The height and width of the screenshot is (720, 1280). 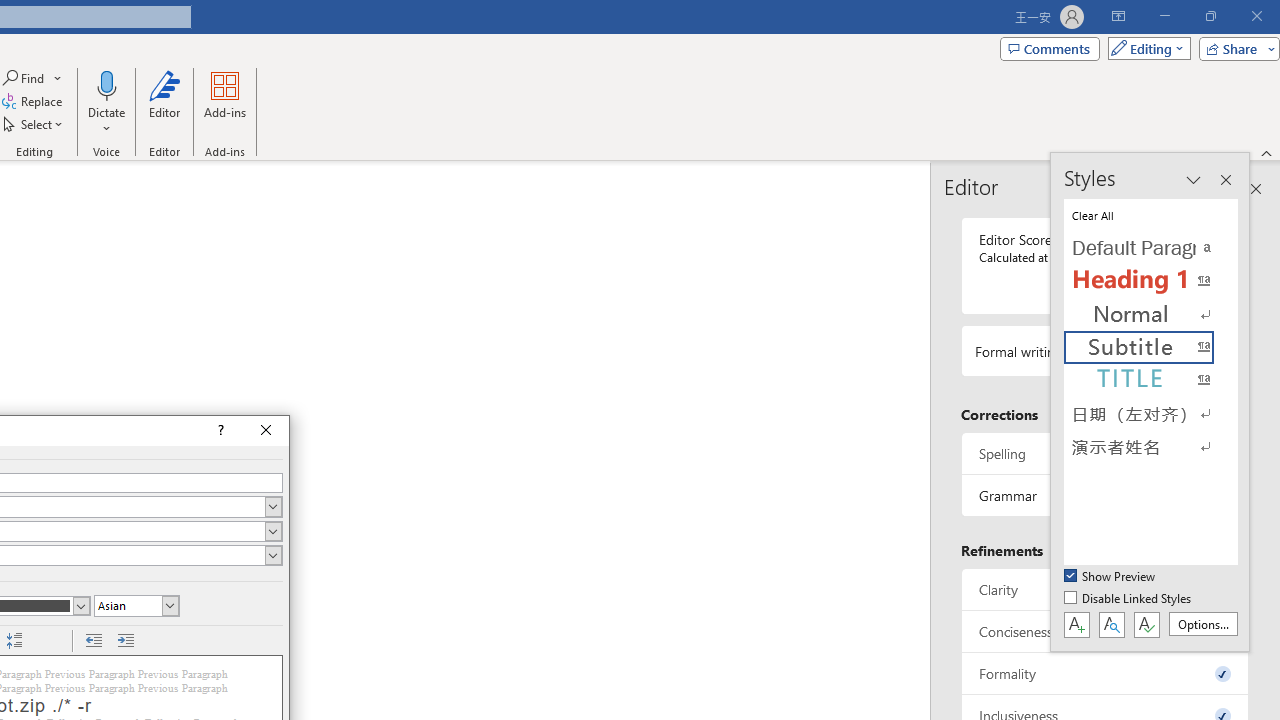 What do you see at coordinates (135, 604) in the screenshot?
I see `'Formatting script'` at bounding box center [135, 604].